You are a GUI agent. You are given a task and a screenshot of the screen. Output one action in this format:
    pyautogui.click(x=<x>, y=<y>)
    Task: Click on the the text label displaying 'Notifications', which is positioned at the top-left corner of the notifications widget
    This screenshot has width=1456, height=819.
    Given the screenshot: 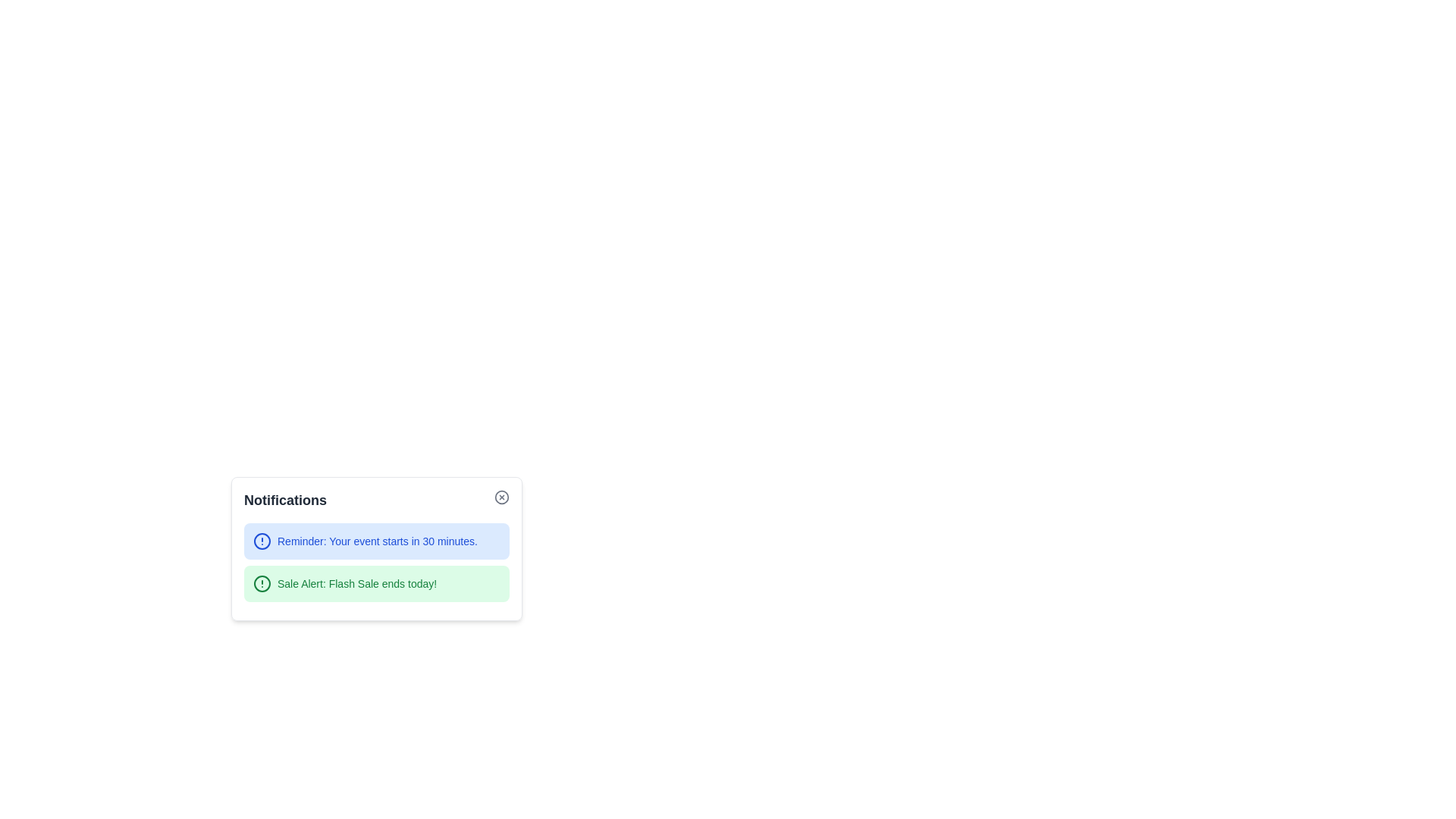 What is the action you would take?
    pyautogui.click(x=285, y=500)
    